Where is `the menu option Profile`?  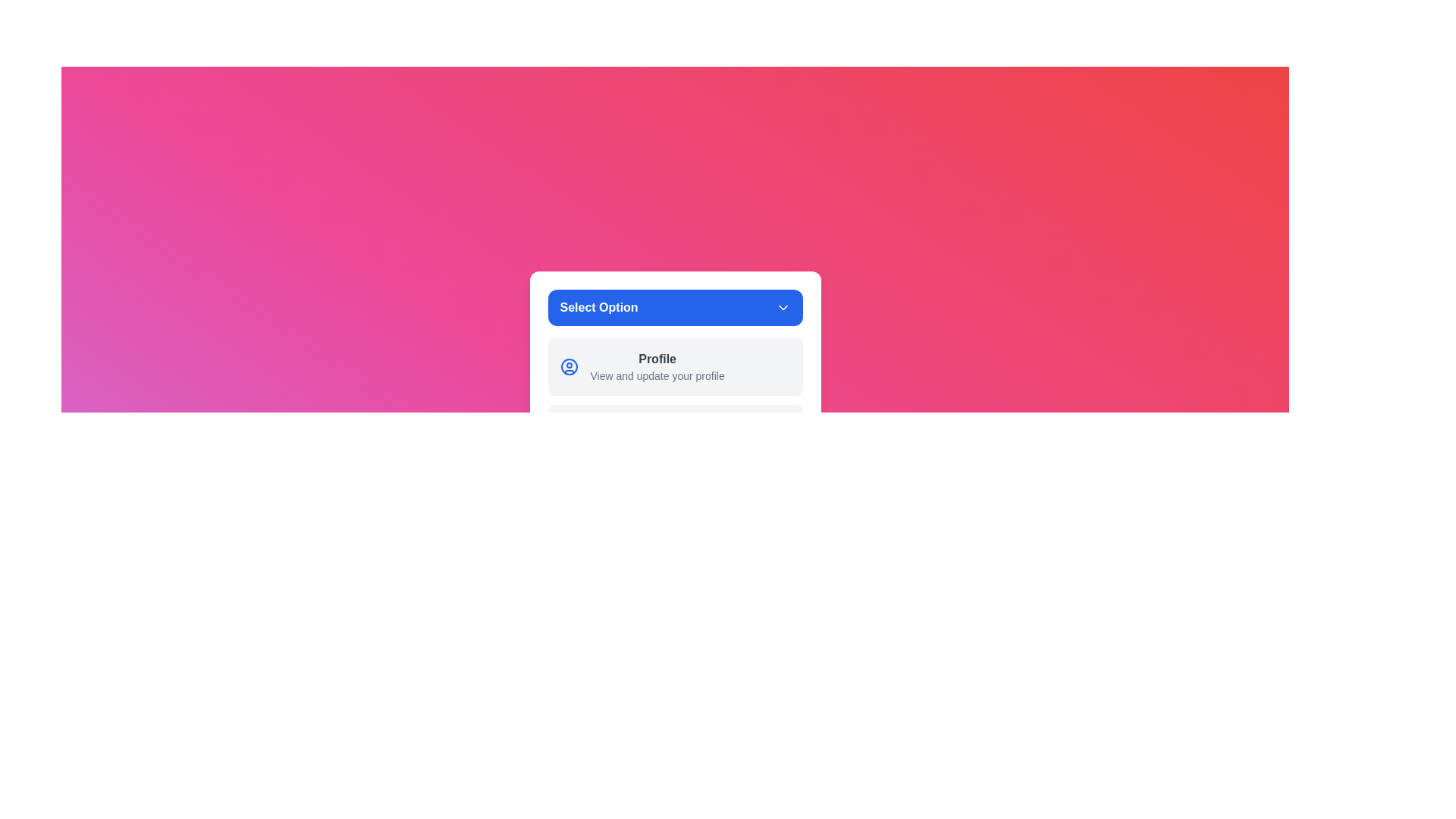
the menu option Profile is located at coordinates (674, 366).